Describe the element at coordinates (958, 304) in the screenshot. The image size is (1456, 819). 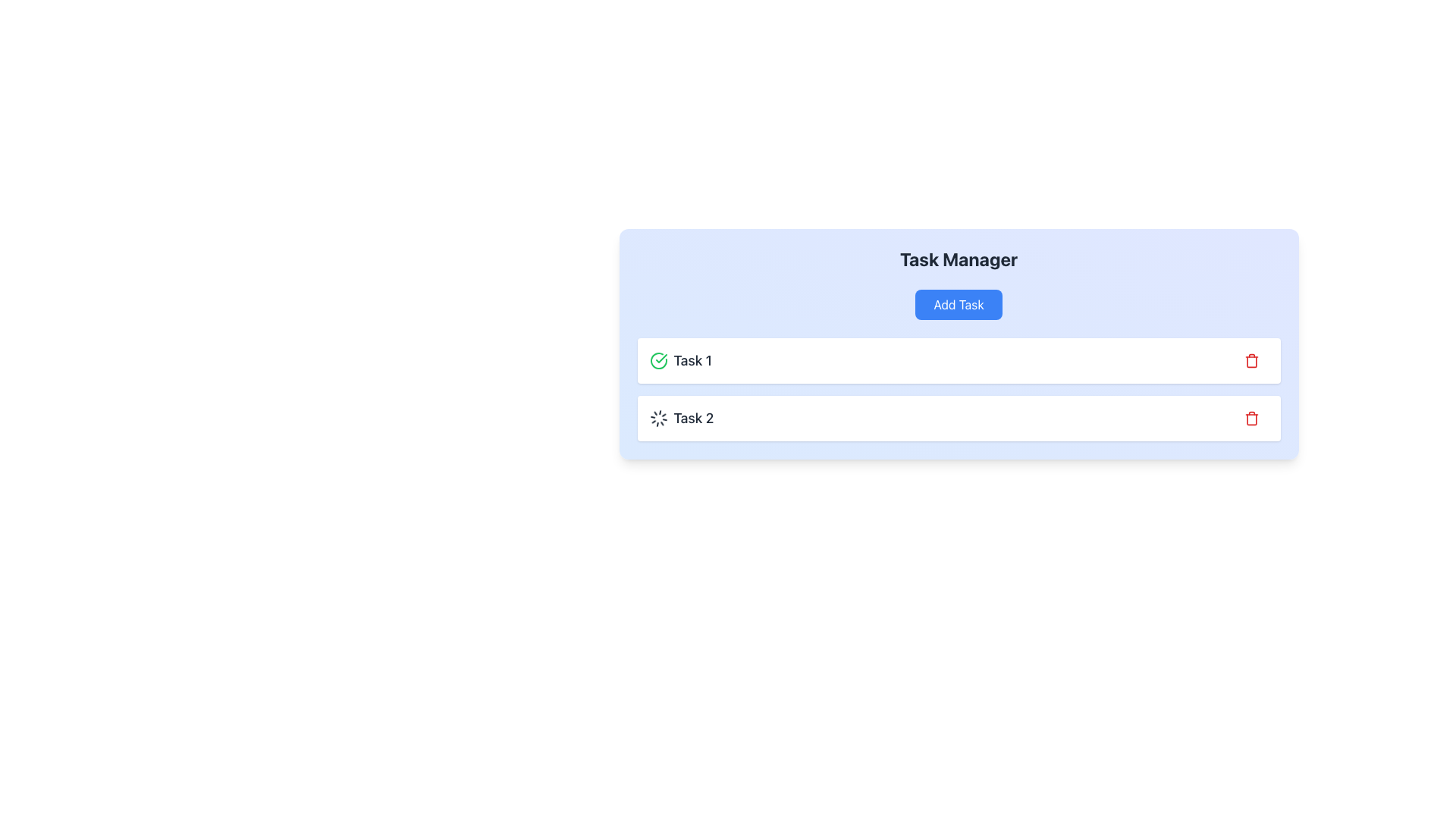
I see `the 'Add Task' button located below the 'Task Manager' heading` at that location.